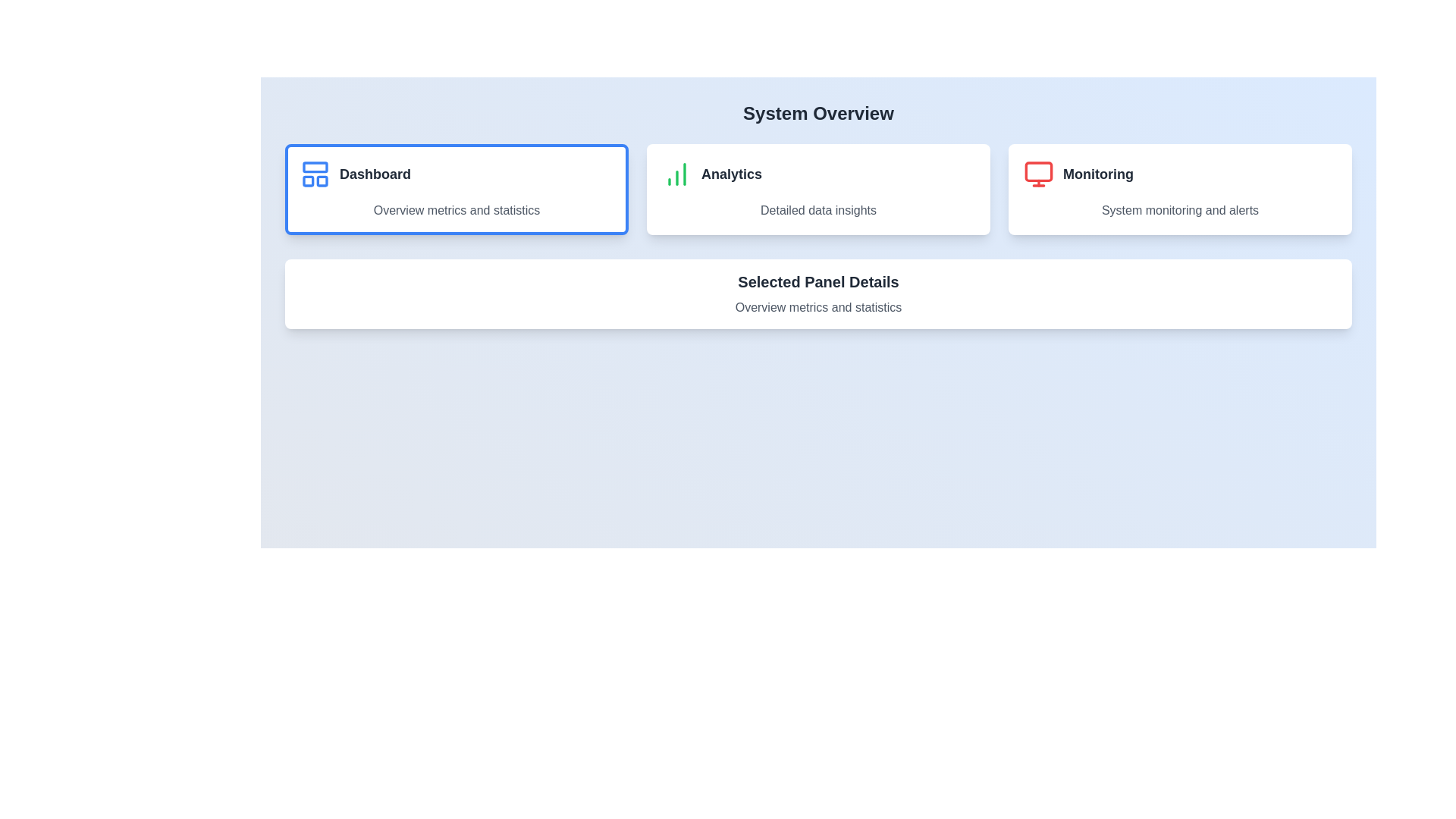 This screenshot has width=1456, height=819. Describe the element at coordinates (456, 210) in the screenshot. I see `the text label 'Overview metrics and statistics' styled in gray, located under the 'Dashboard' header within a white card with rounded corners and a blue border` at that location.